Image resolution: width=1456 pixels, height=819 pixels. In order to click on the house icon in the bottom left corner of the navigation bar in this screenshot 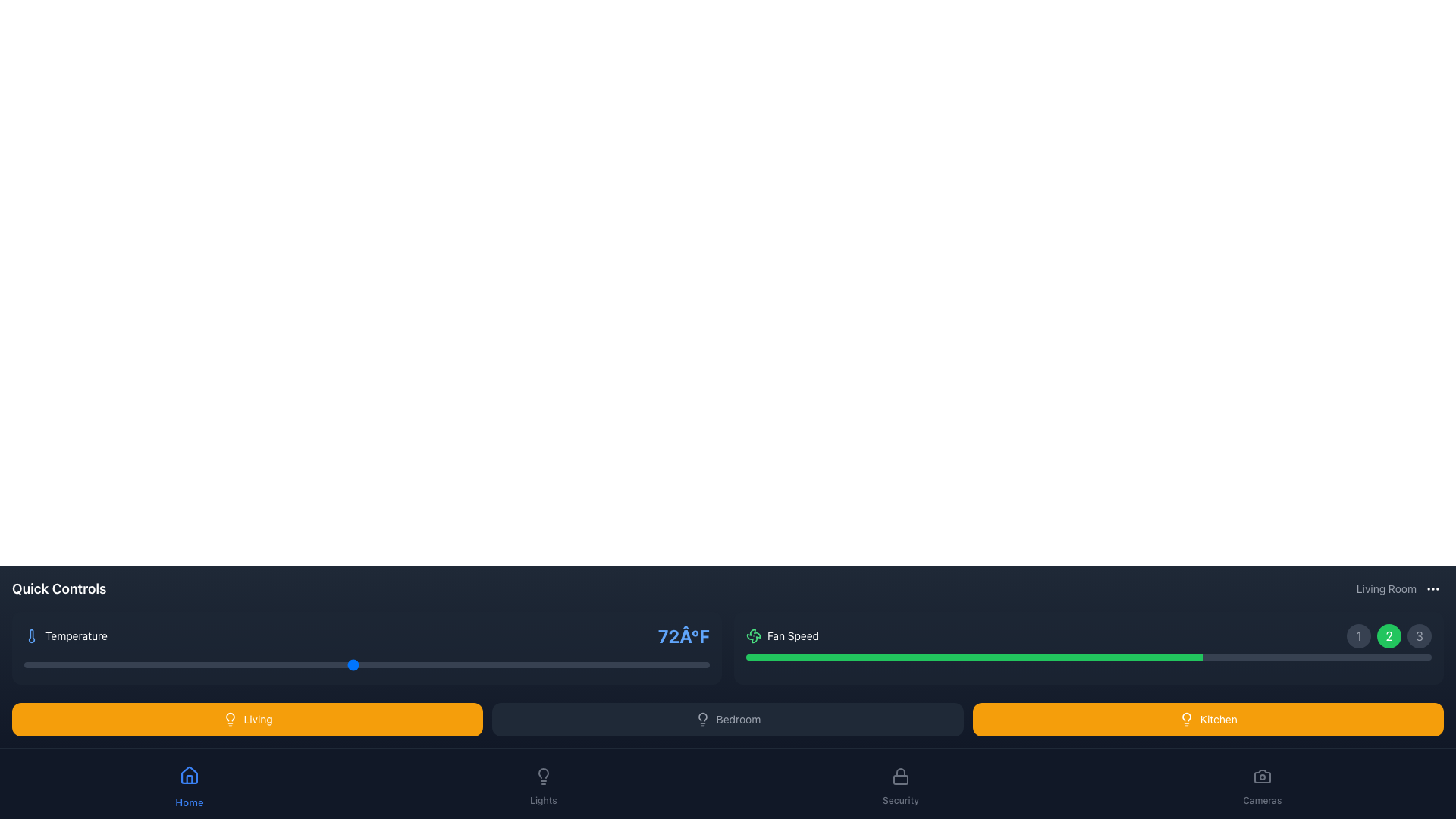, I will do `click(188, 775)`.